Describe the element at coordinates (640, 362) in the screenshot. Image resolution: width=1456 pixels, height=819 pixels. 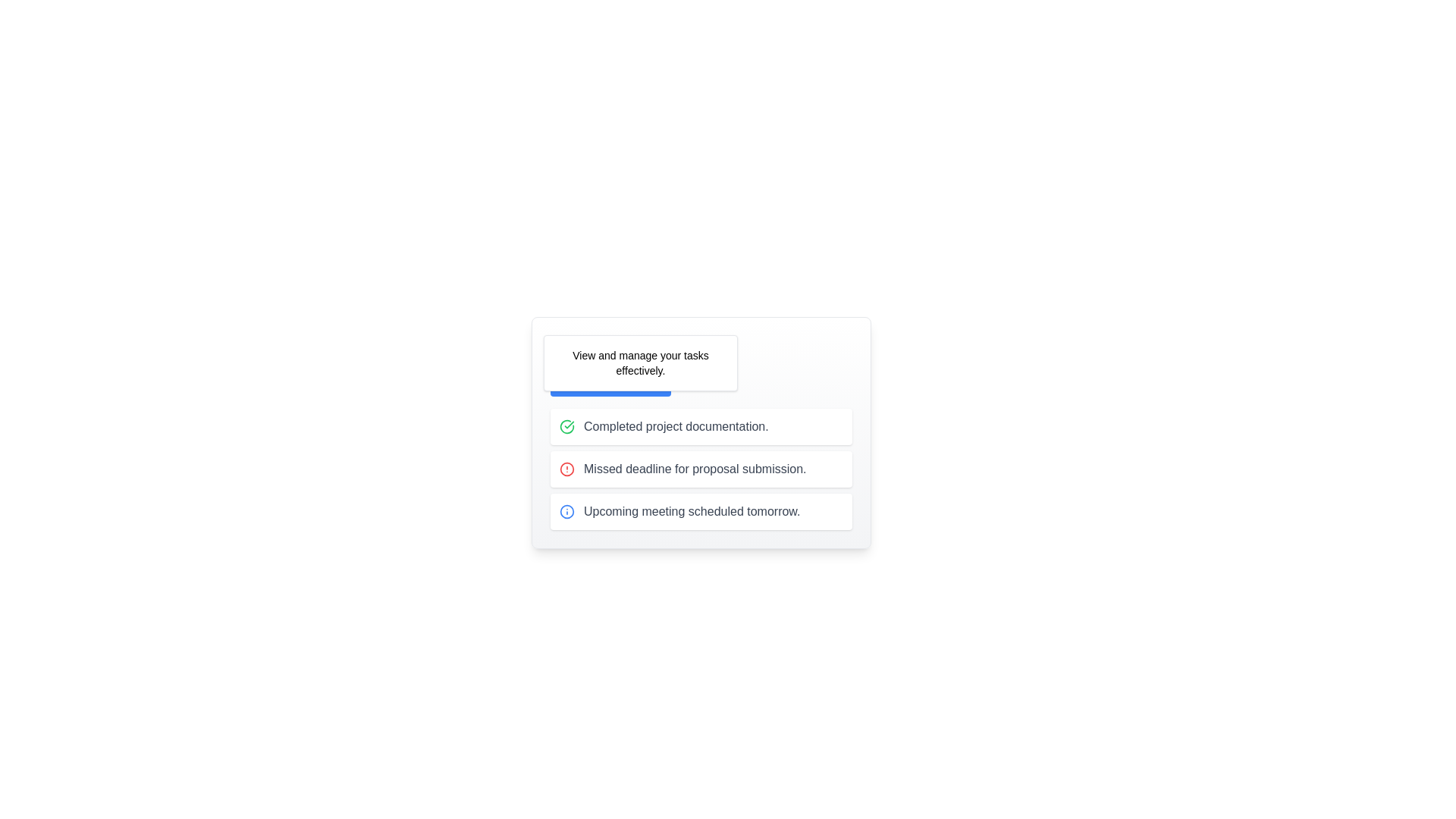
I see `the Information box located below the 'Task Manager' header` at that location.